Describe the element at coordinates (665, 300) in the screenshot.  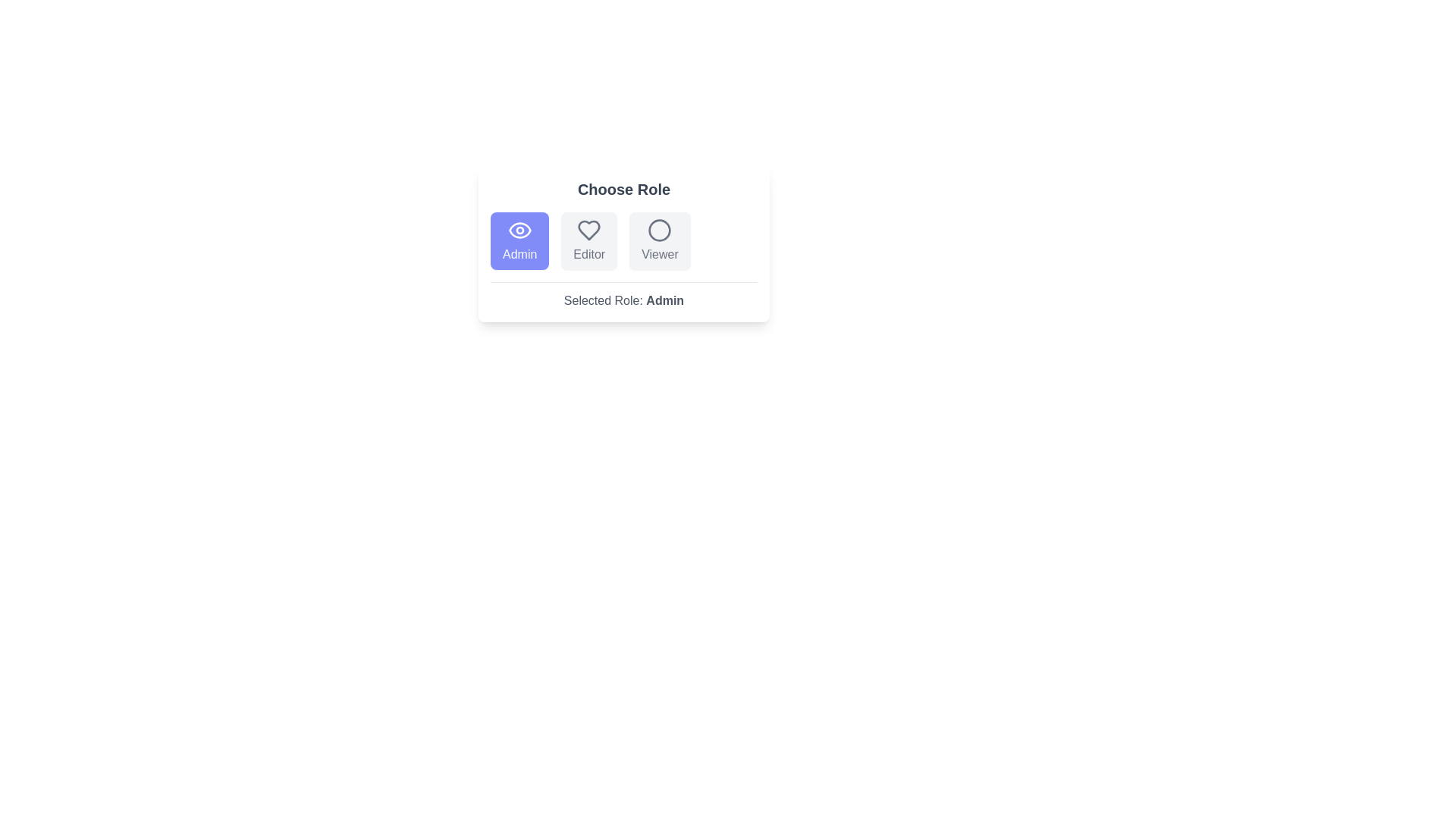
I see `the emphasized text label 'Admin' within the phrase 'Selected Role: Admin', located below the role selection options` at that location.